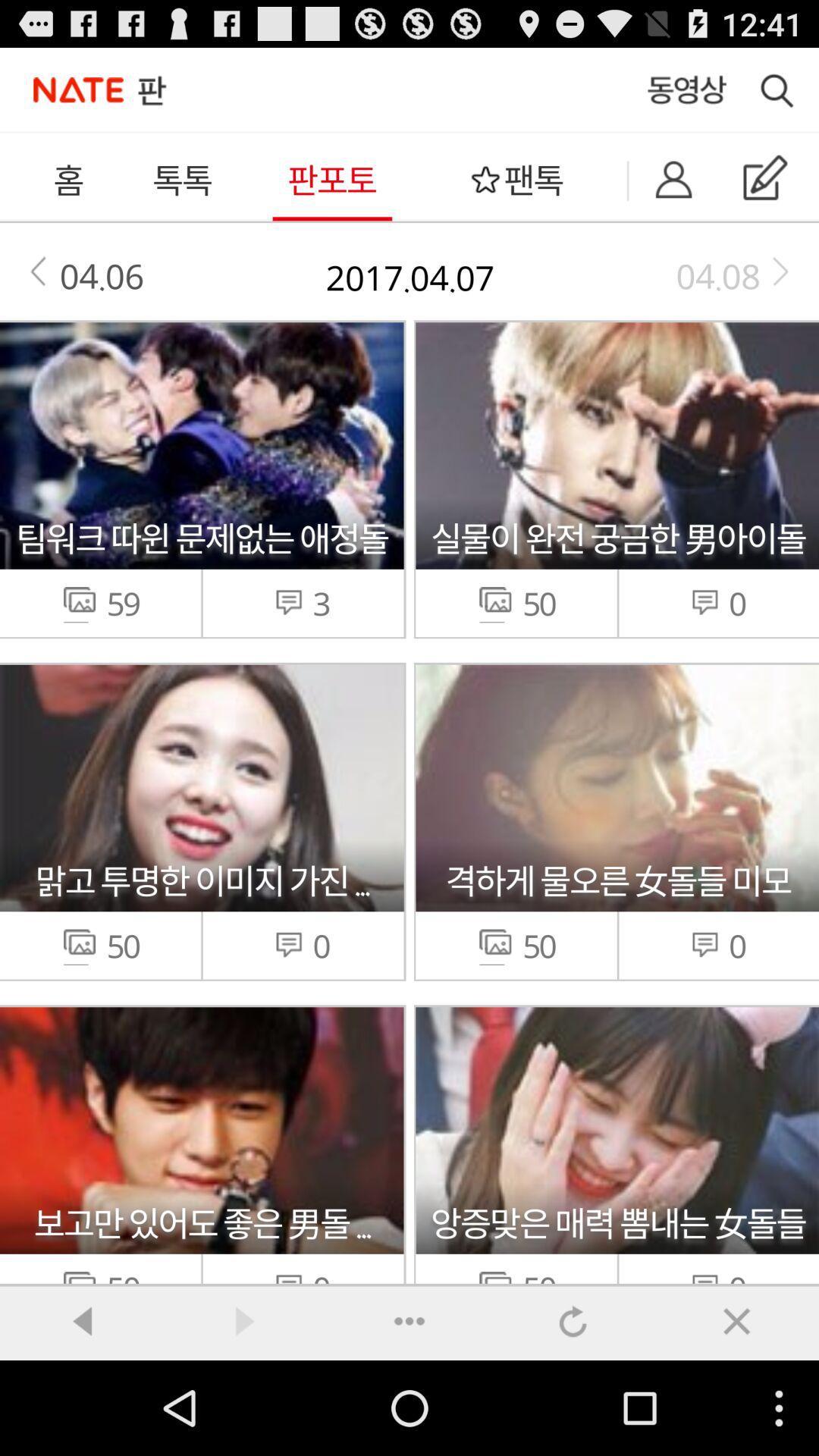 The image size is (819, 1456). I want to click on back ward, so click(82, 1320).